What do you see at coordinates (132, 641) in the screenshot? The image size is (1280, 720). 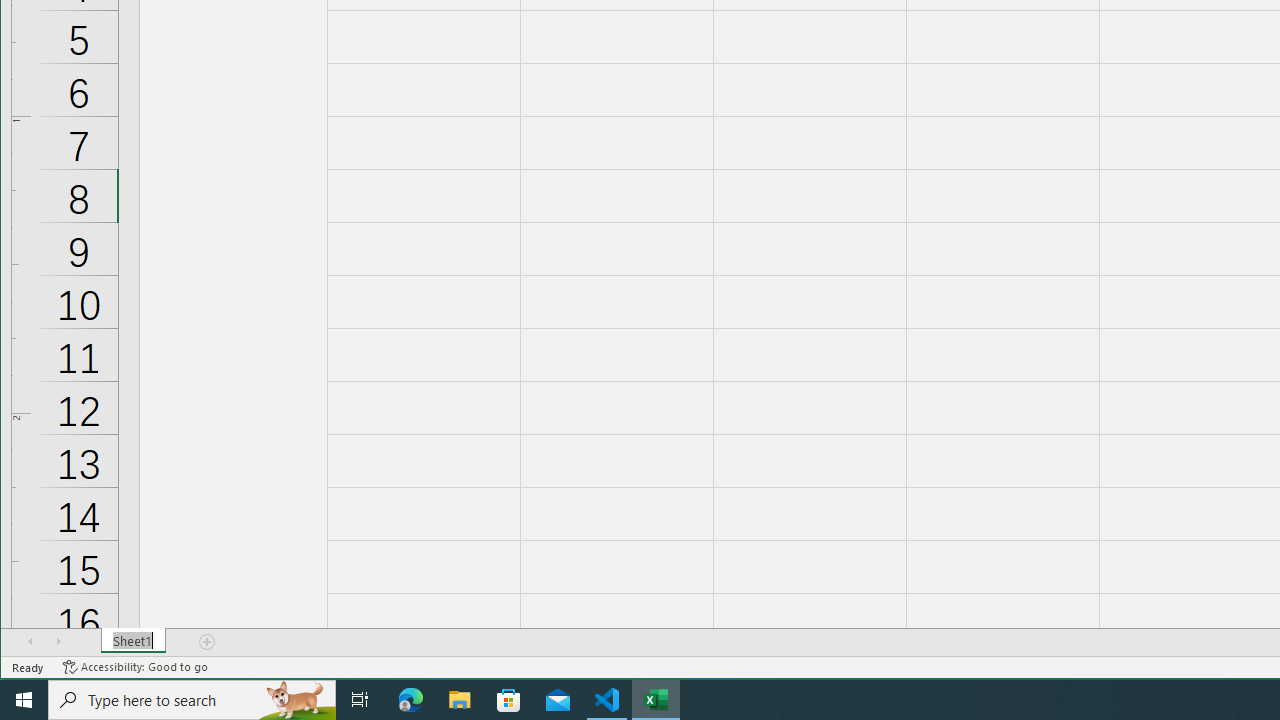 I see `'Sheet Tab'` at bounding box center [132, 641].